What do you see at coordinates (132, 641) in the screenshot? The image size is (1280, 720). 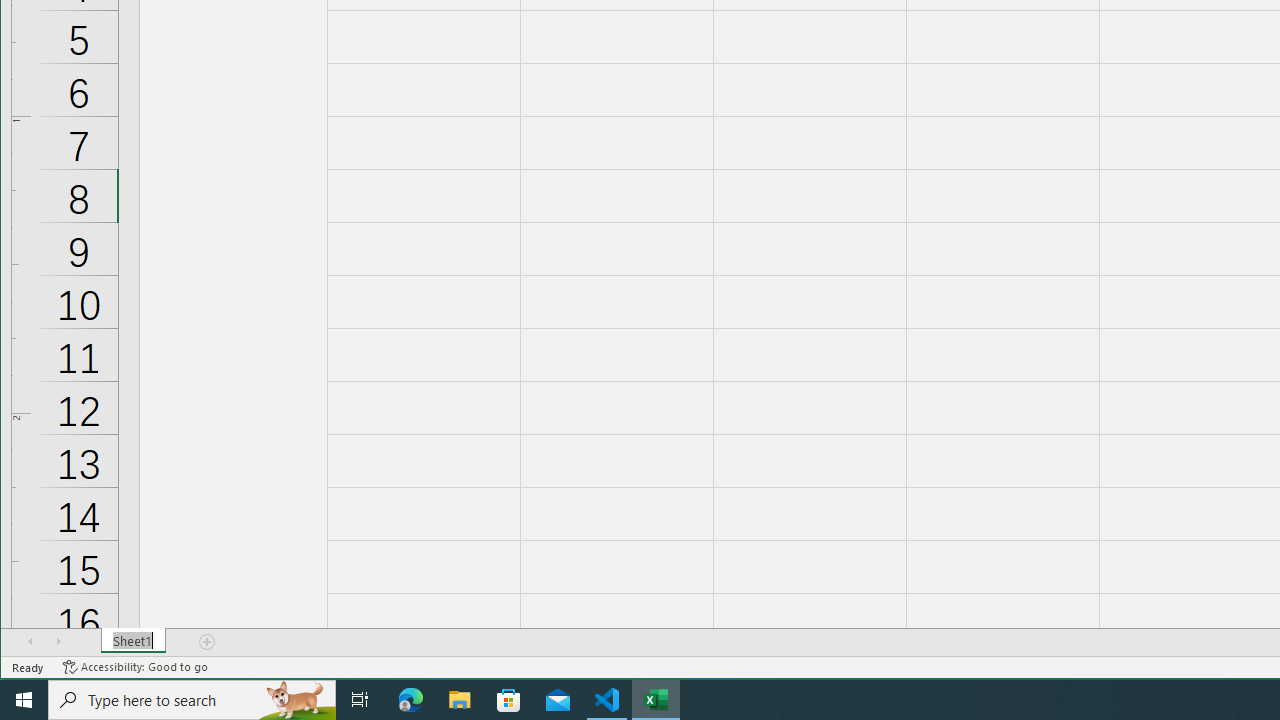 I see `'Sheet Tab'` at bounding box center [132, 641].